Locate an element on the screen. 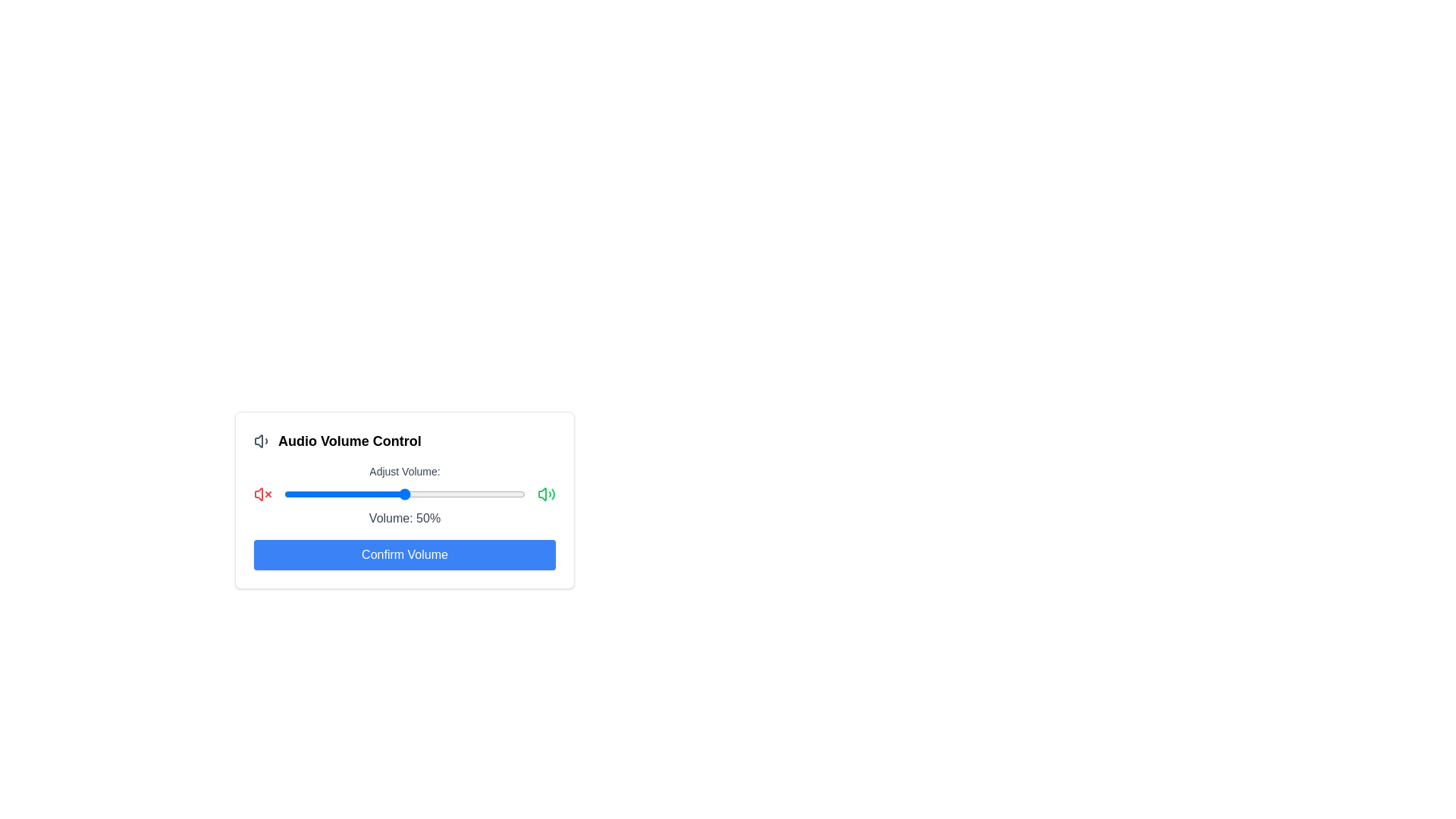  the volume slider to 97% is located at coordinates (518, 494).